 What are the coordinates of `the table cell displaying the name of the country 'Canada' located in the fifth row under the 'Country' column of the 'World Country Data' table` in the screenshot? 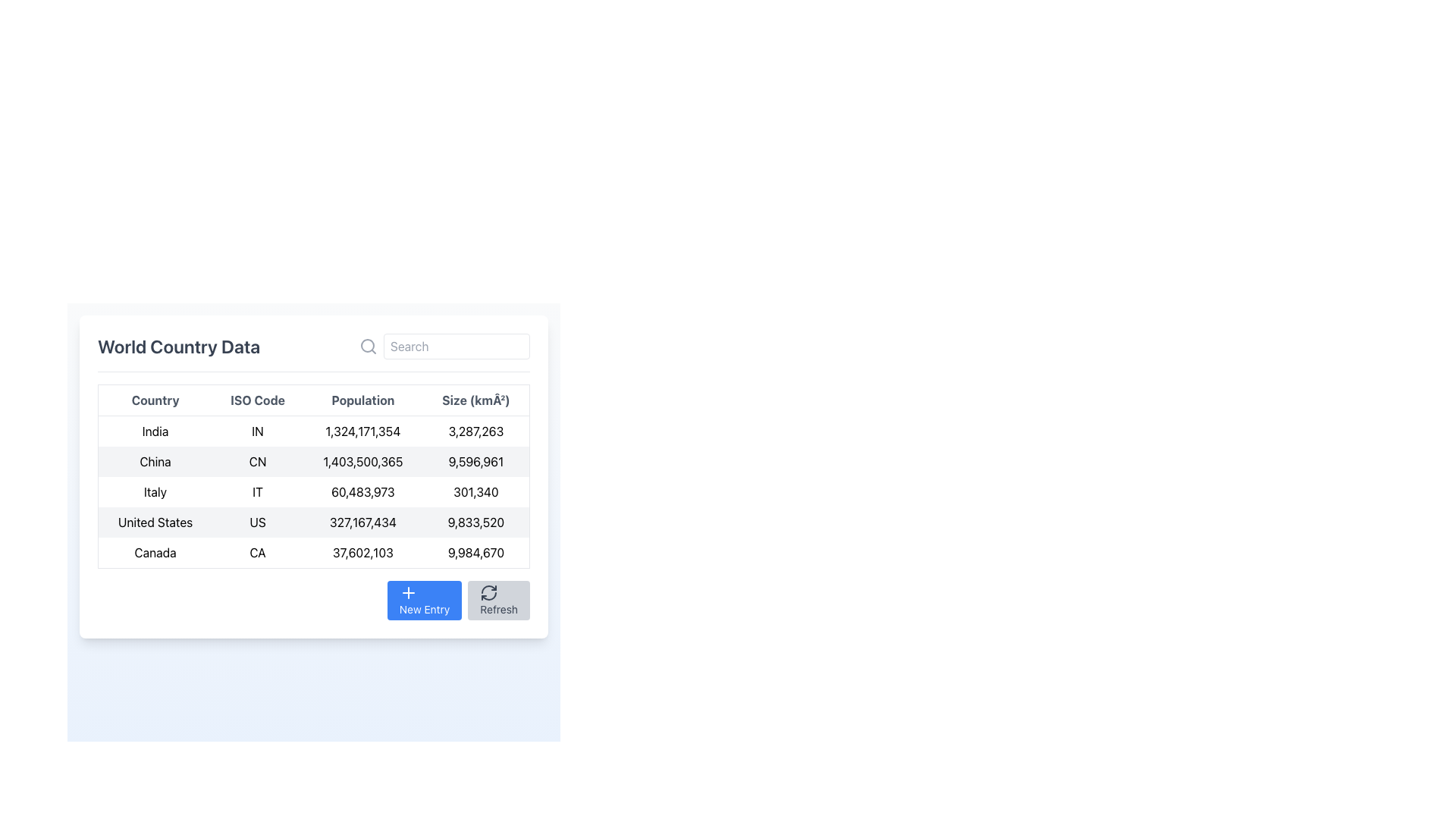 It's located at (155, 553).